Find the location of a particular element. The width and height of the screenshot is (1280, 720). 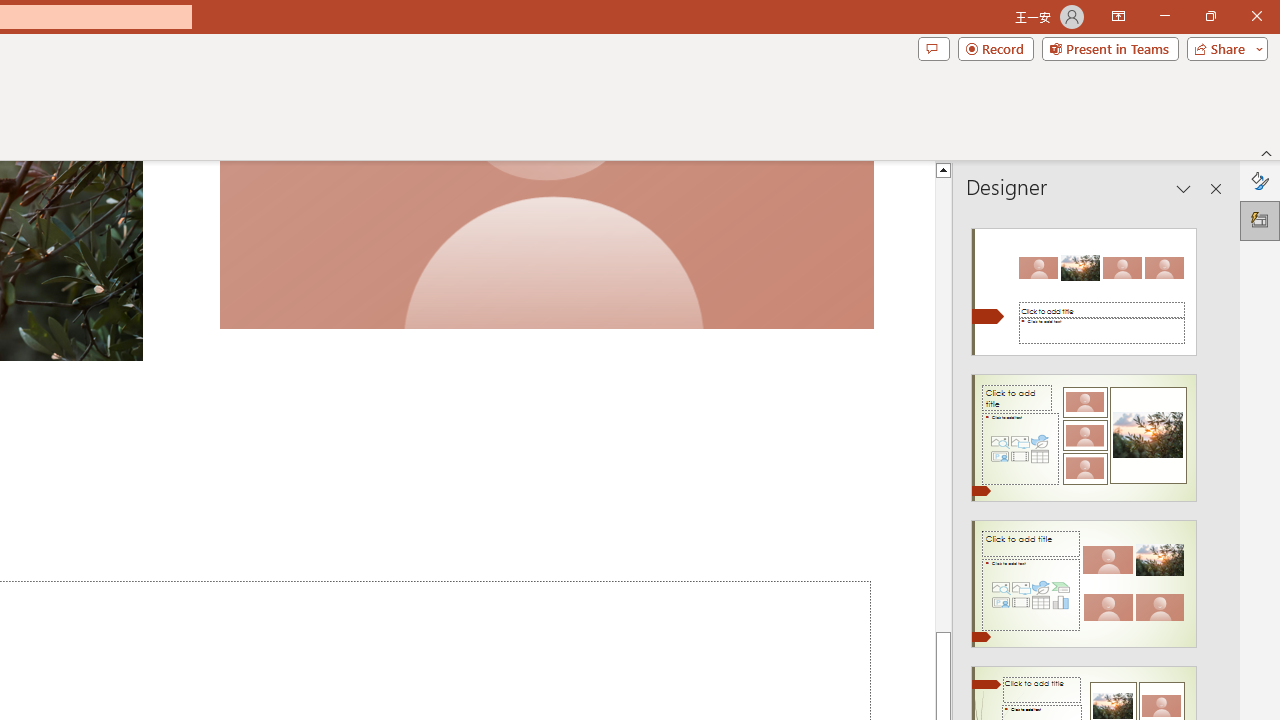

'Format Background' is located at coordinates (1259, 181).